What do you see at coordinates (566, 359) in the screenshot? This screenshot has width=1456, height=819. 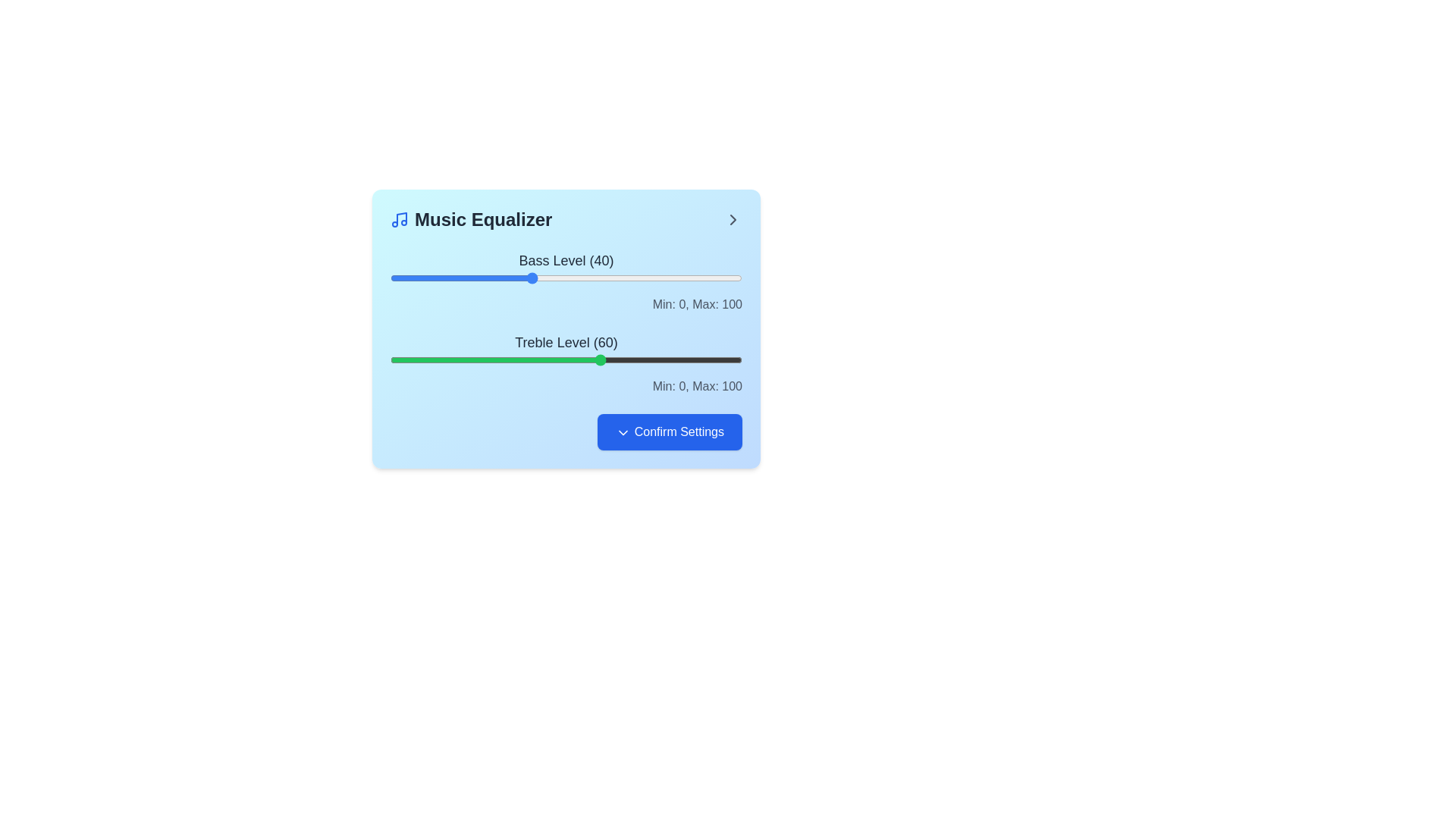 I see `the 'Treble Level (60)' slider in the 'Music Equalizer' section` at bounding box center [566, 359].